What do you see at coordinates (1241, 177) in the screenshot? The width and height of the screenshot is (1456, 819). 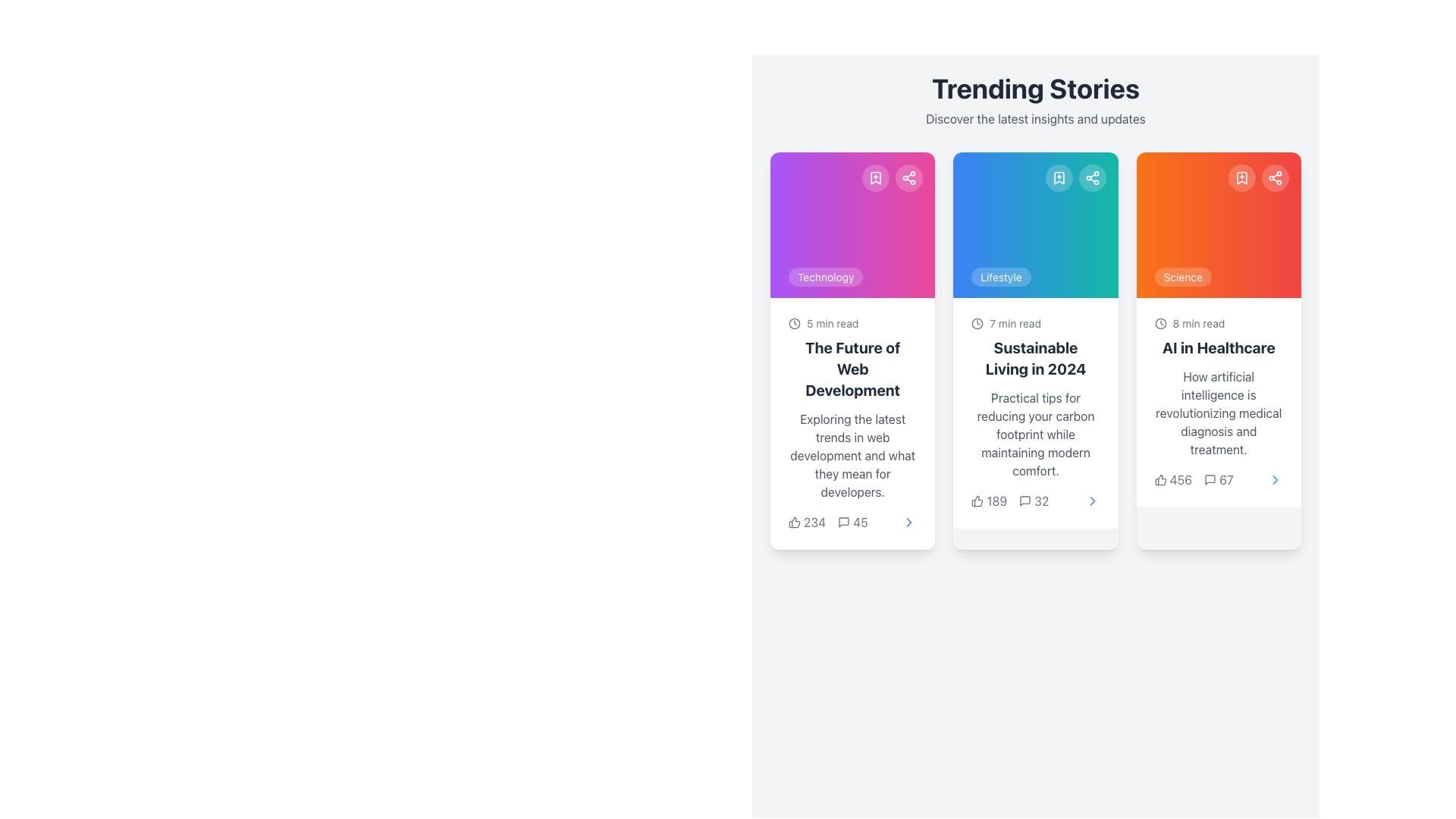 I see `the bookmark icon in the white circular button located at the top-right corner of the 'Science' card in the 'Trending Stories' section to bookmark the item` at bounding box center [1241, 177].